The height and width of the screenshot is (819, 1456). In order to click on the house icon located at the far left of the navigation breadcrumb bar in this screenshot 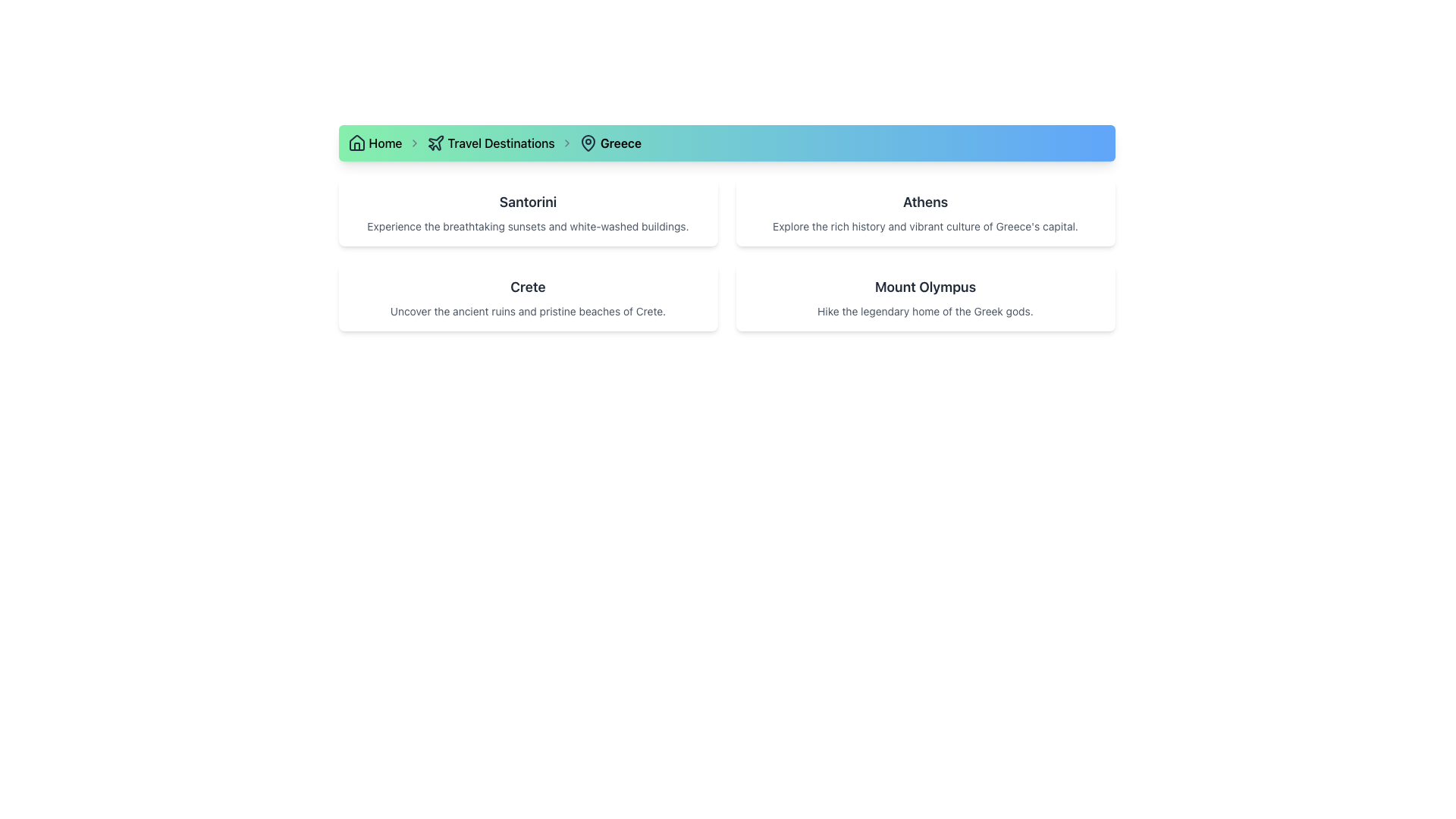, I will do `click(356, 143)`.